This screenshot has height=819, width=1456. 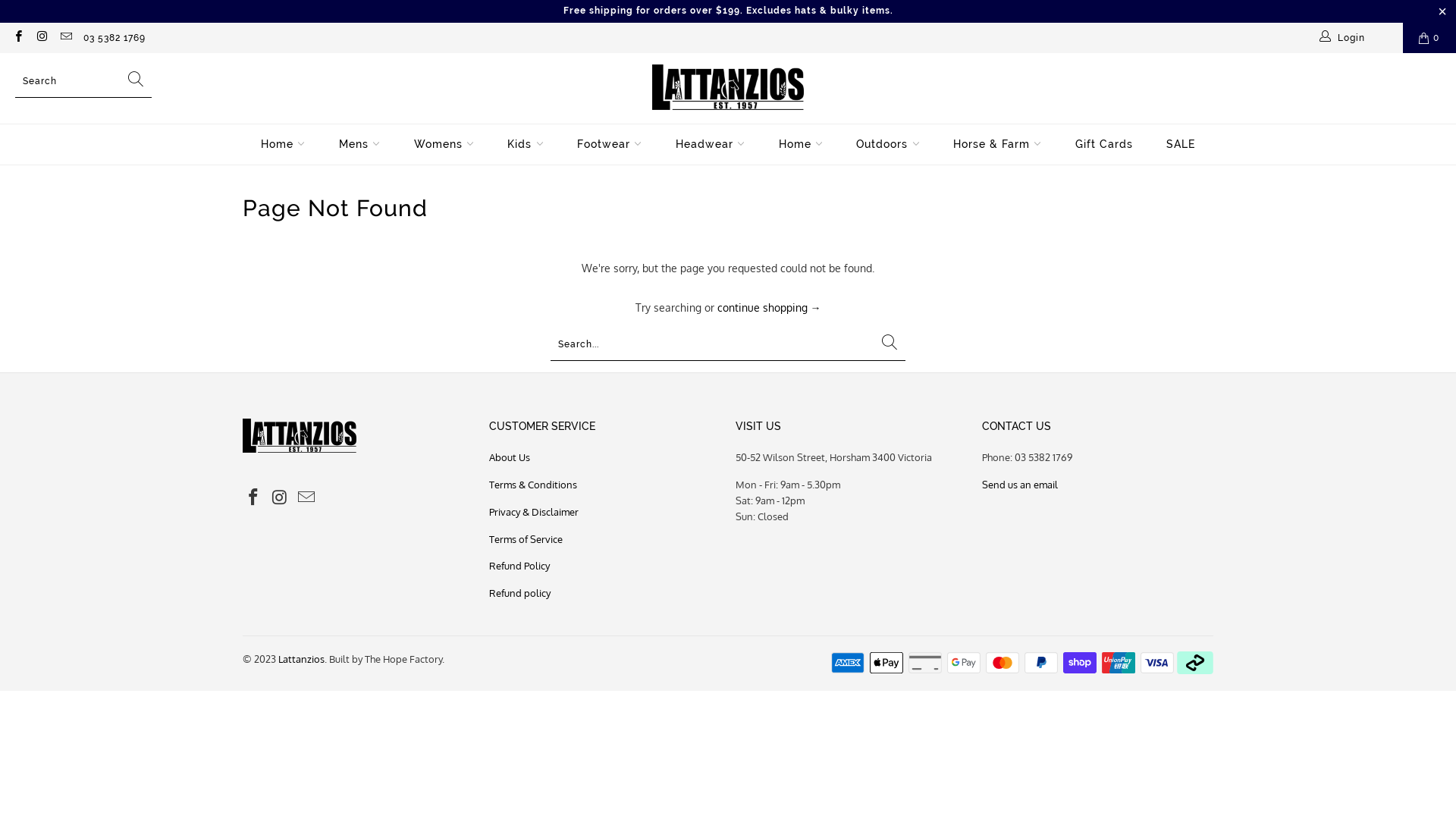 What do you see at coordinates (525, 143) in the screenshot?
I see `'Kids'` at bounding box center [525, 143].